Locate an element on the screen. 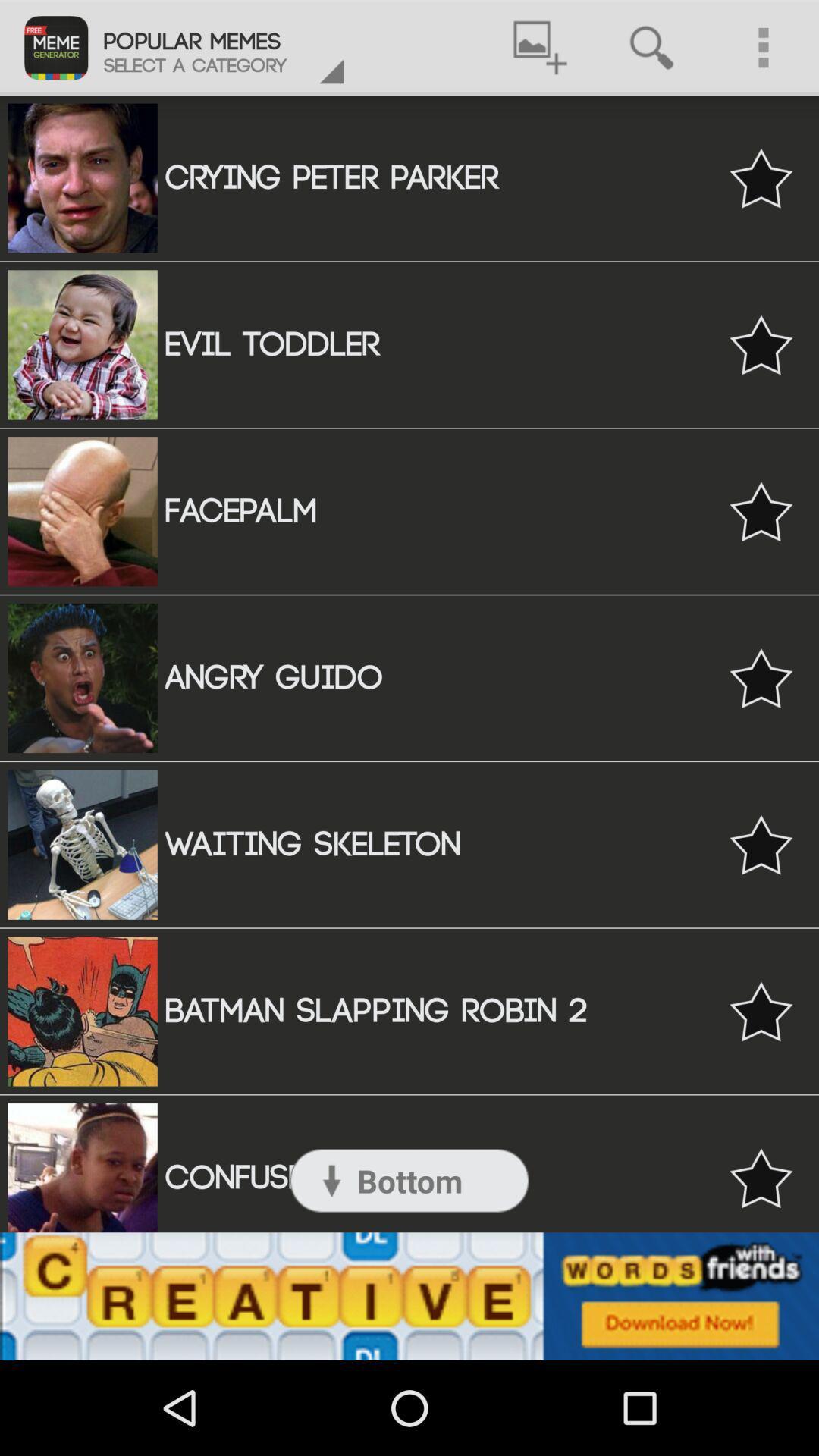 This screenshot has height=1456, width=819. set like option is located at coordinates (761, 1177).